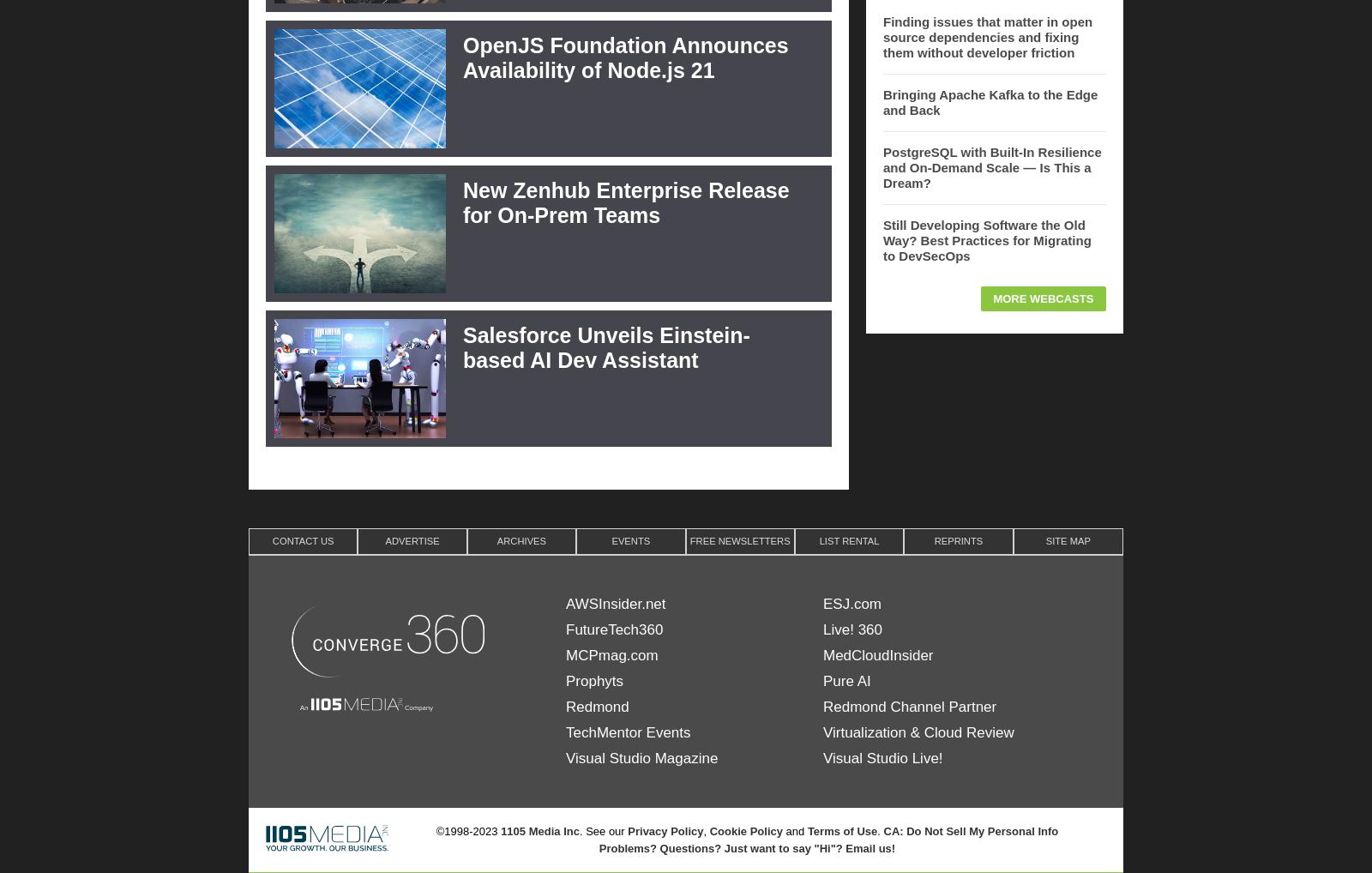  Describe the element at coordinates (746, 847) in the screenshot. I see `'Problems? Questions? Just want to say "Hi"? Email us!'` at that location.